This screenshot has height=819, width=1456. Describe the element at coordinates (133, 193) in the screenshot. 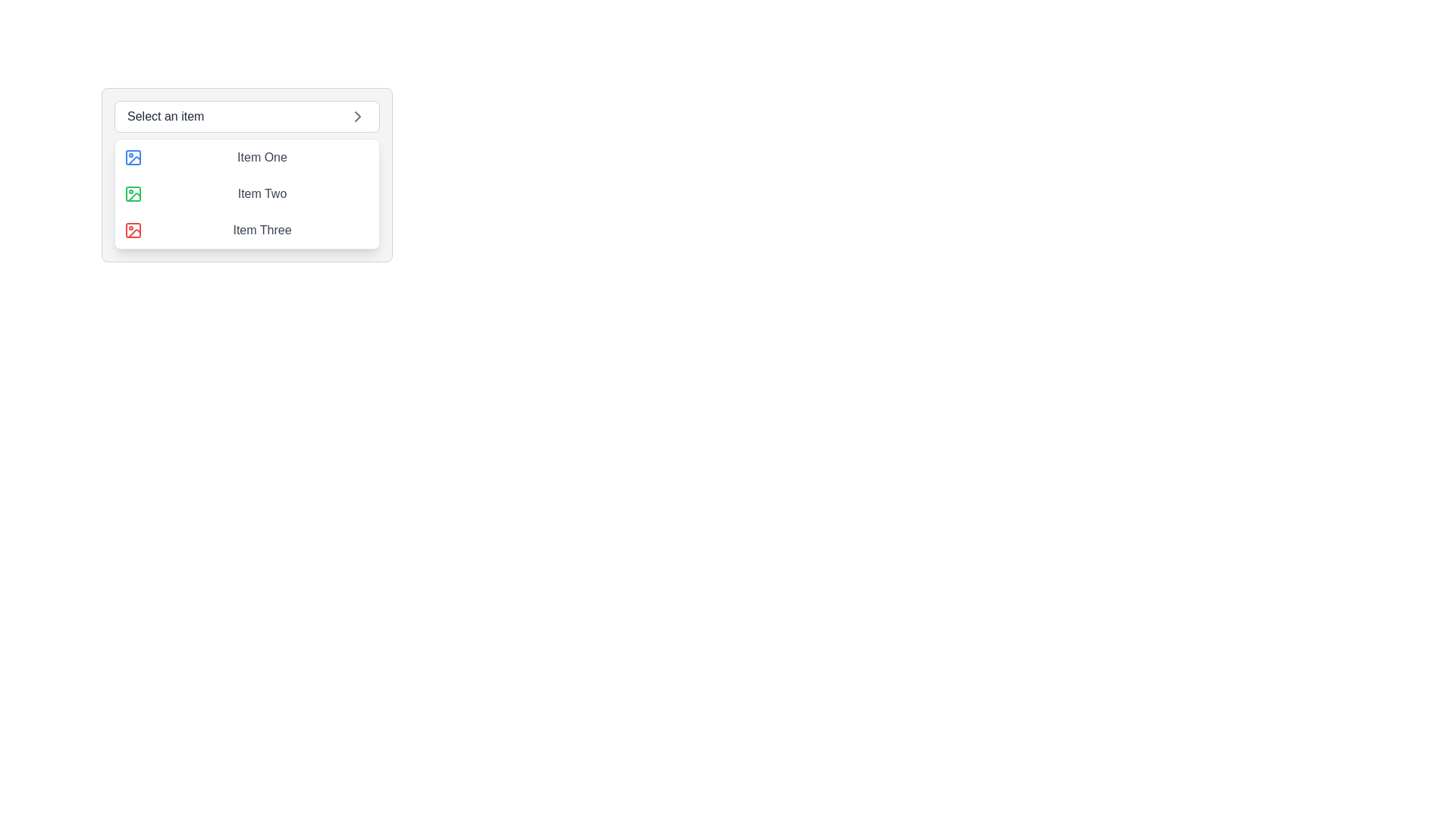

I see `the visual icon or emblem located on the left side of the second item in the dropdown list, which serves as a graphic indicator for that item` at that location.